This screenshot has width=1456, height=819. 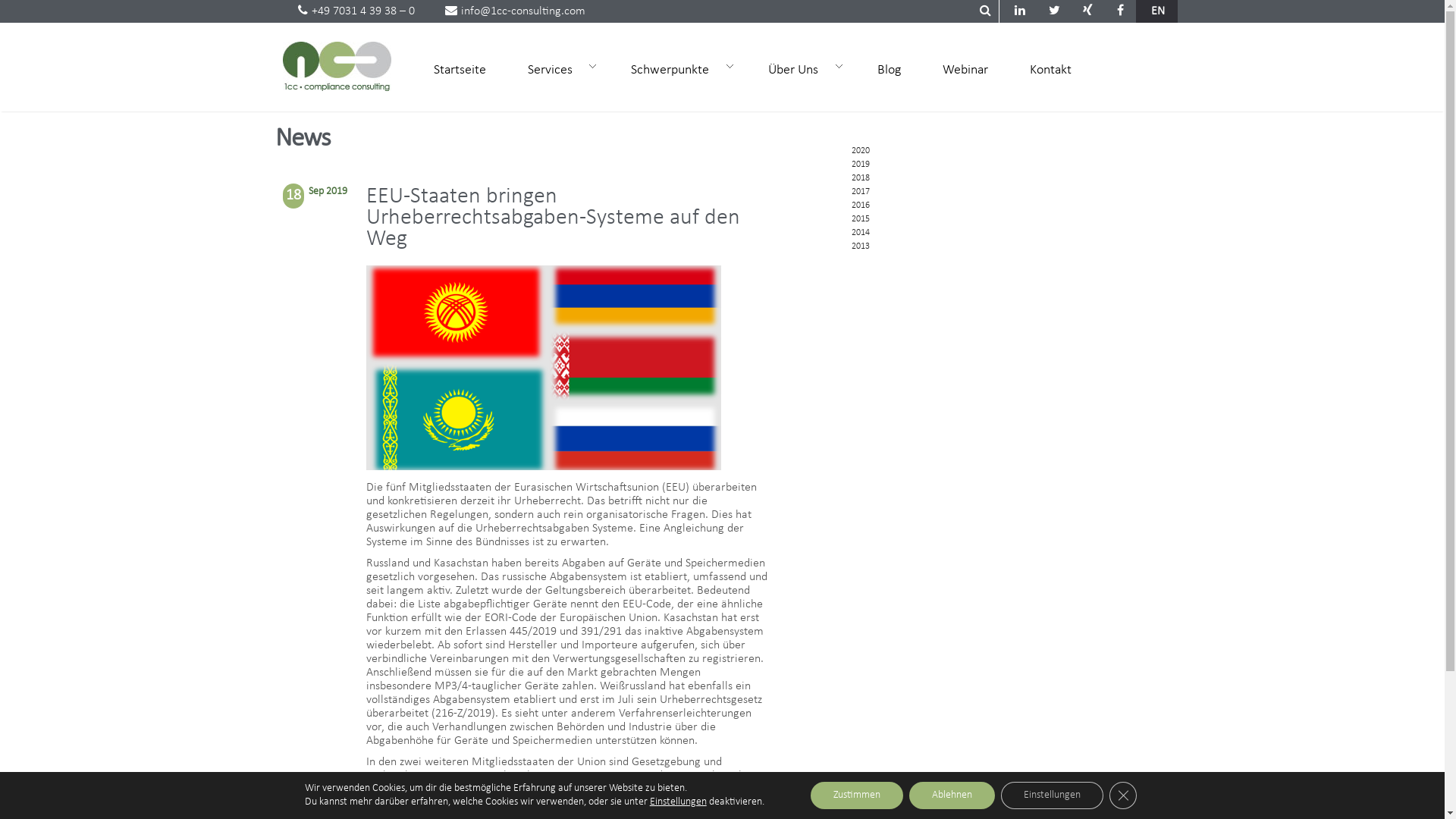 What do you see at coordinates (1156, 11) in the screenshot?
I see `'EN'` at bounding box center [1156, 11].